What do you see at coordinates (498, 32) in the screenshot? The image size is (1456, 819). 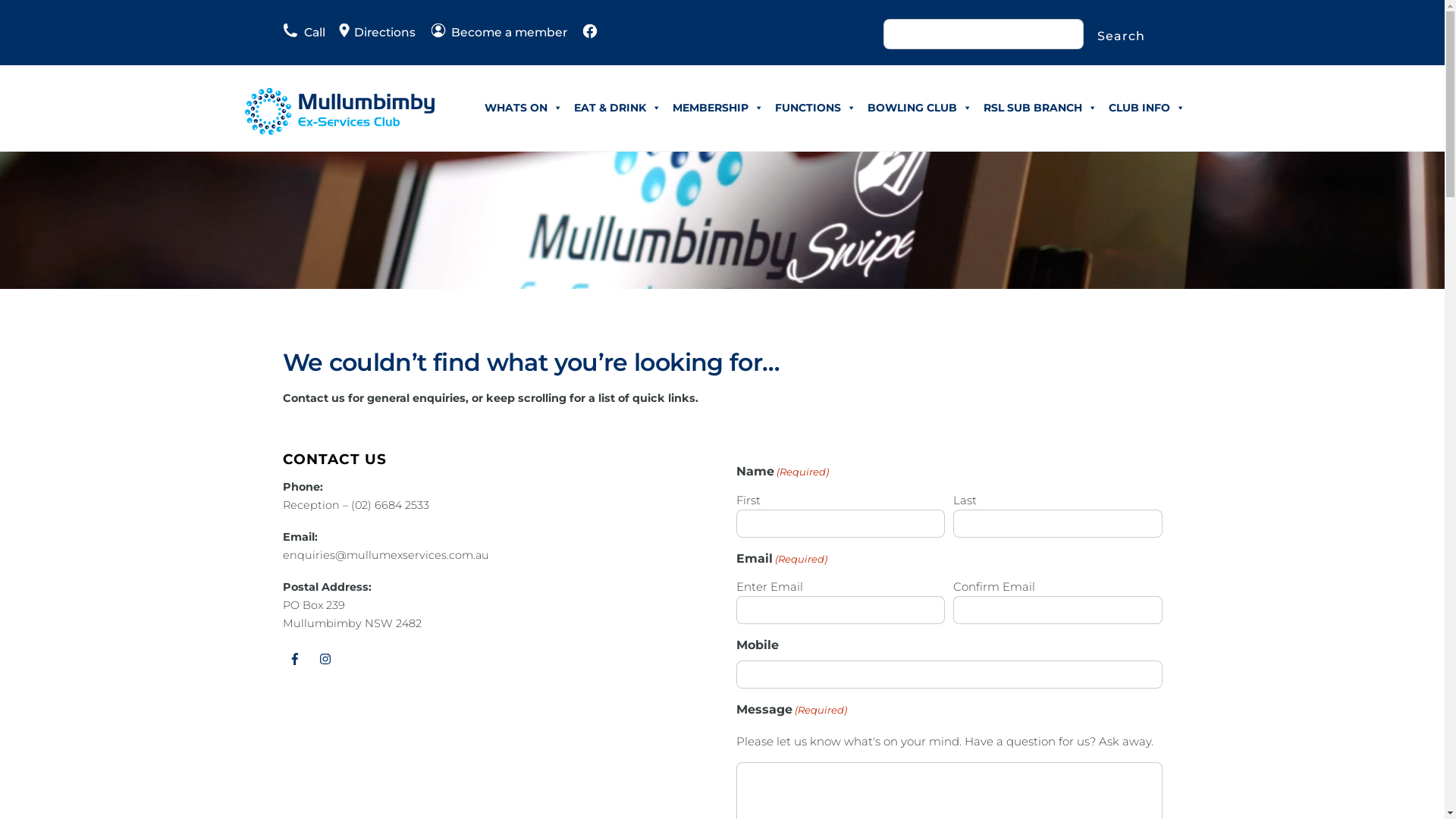 I see `'Become a member'` at bounding box center [498, 32].